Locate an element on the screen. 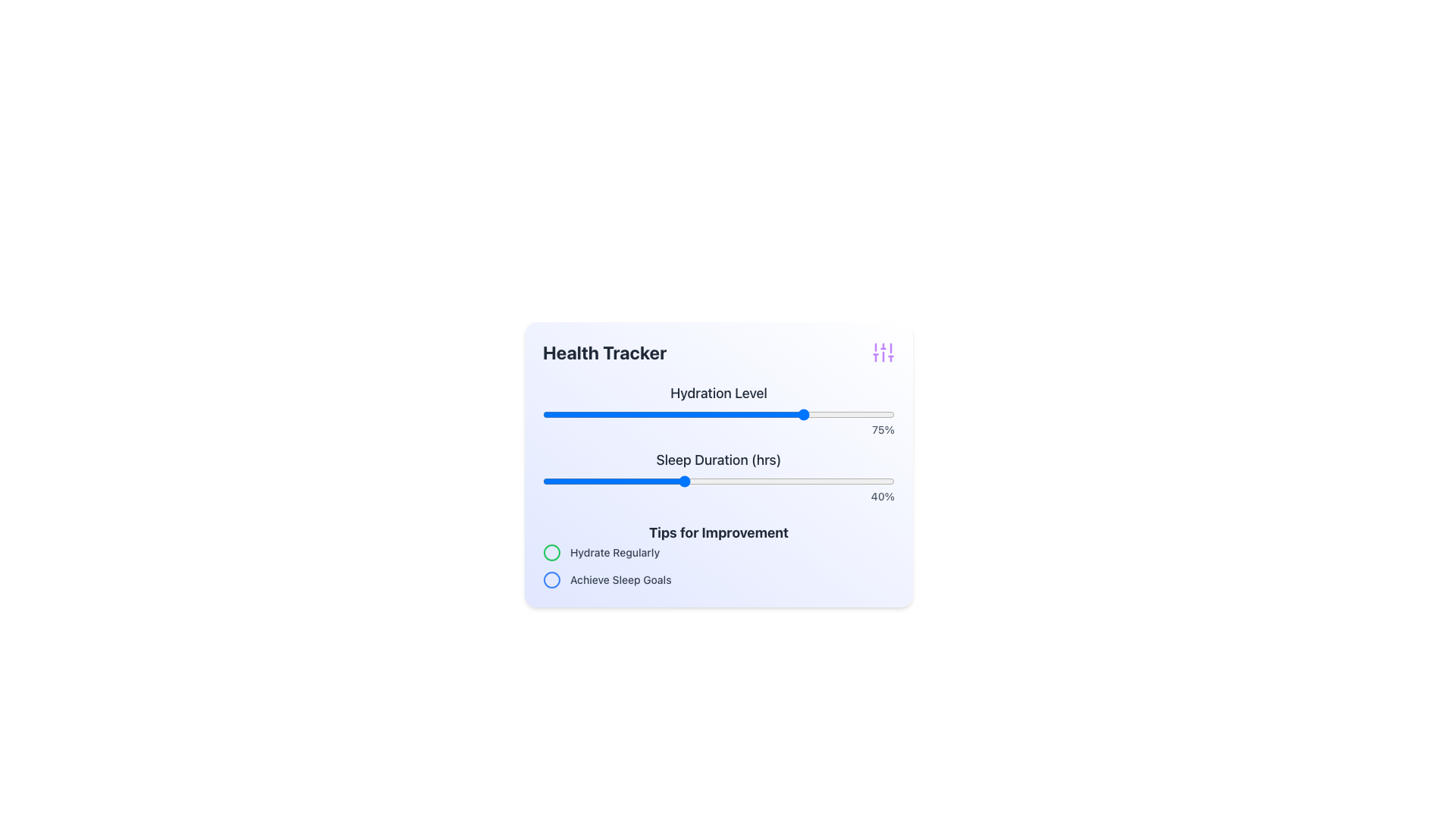 The image size is (1456, 819). the sleep duration slider is located at coordinates (620, 482).